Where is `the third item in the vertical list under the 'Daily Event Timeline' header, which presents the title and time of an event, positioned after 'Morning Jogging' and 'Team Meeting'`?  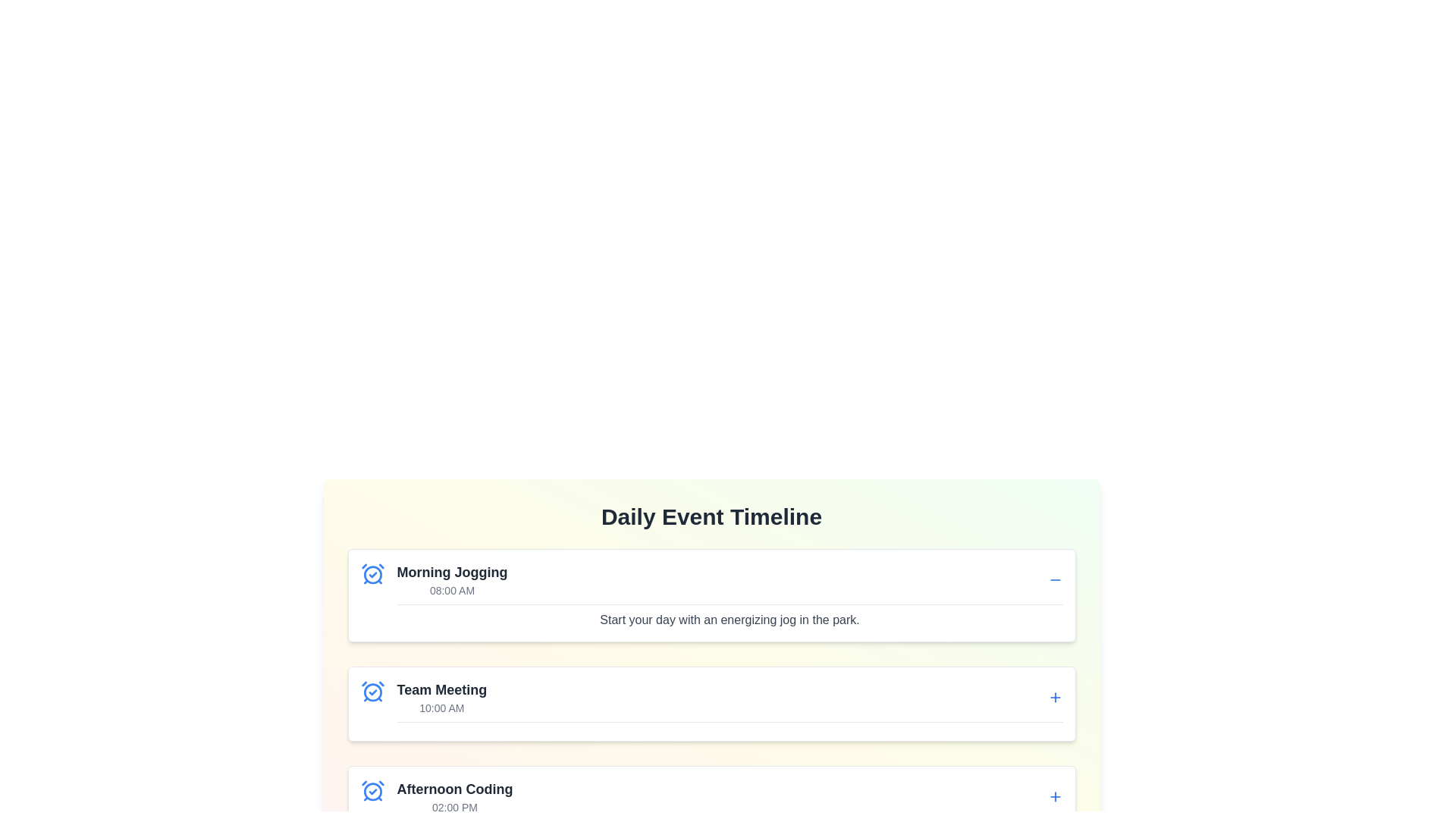 the third item in the vertical list under the 'Daily Event Timeline' header, which presents the title and time of an event, positioned after 'Morning Jogging' and 'Team Meeting' is located at coordinates (454, 795).